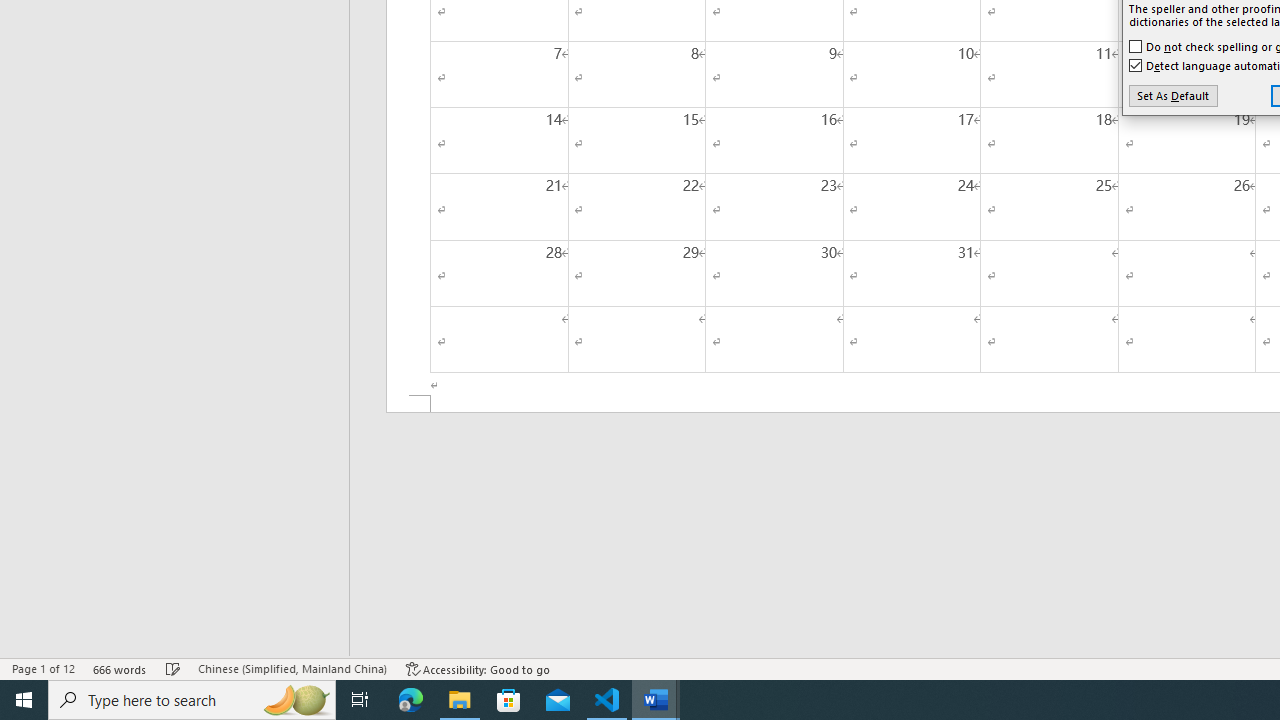 This screenshot has width=1280, height=720. What do you see at coordinates (43, 669) in the screenshot?
I see `'Page Number Page 1 of 12'` at bounding box center [43, 669].